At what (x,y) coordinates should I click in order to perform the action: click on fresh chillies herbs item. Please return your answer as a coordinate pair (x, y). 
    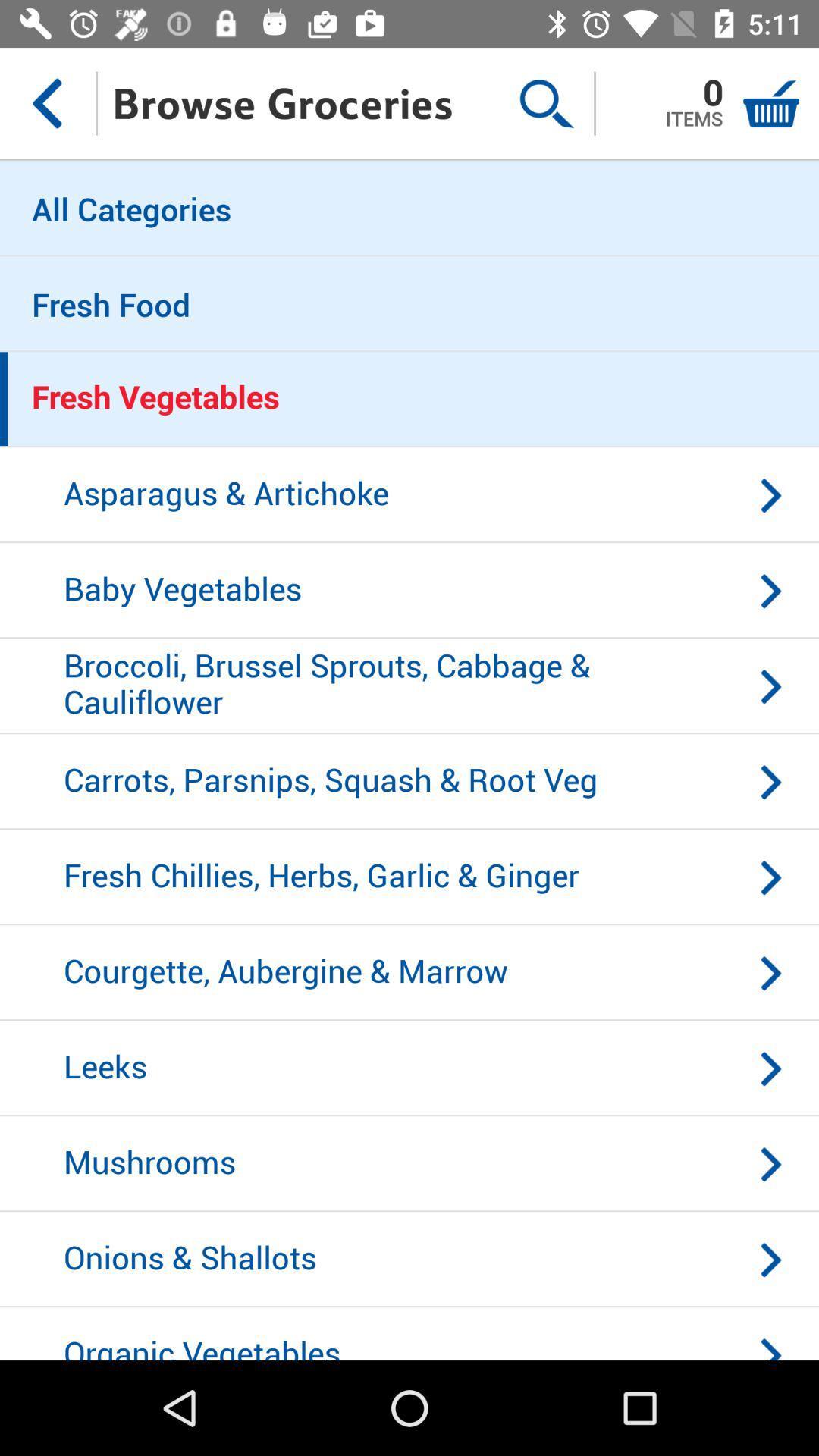
    Looking at the image, I should click on (409, 877).